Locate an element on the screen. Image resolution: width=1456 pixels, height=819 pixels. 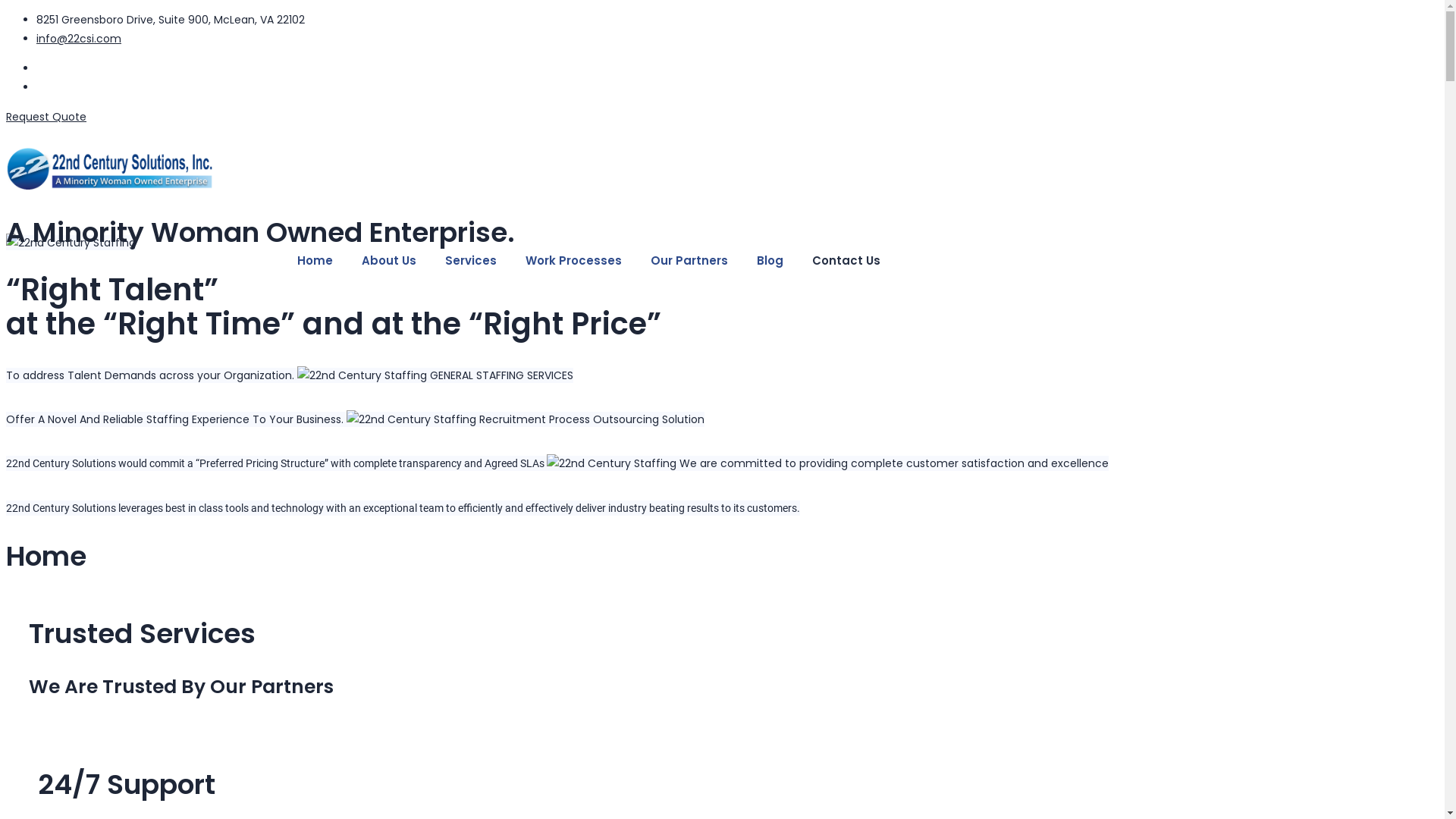
'22nd Century Staffing' is located at coordinates (361, 375).